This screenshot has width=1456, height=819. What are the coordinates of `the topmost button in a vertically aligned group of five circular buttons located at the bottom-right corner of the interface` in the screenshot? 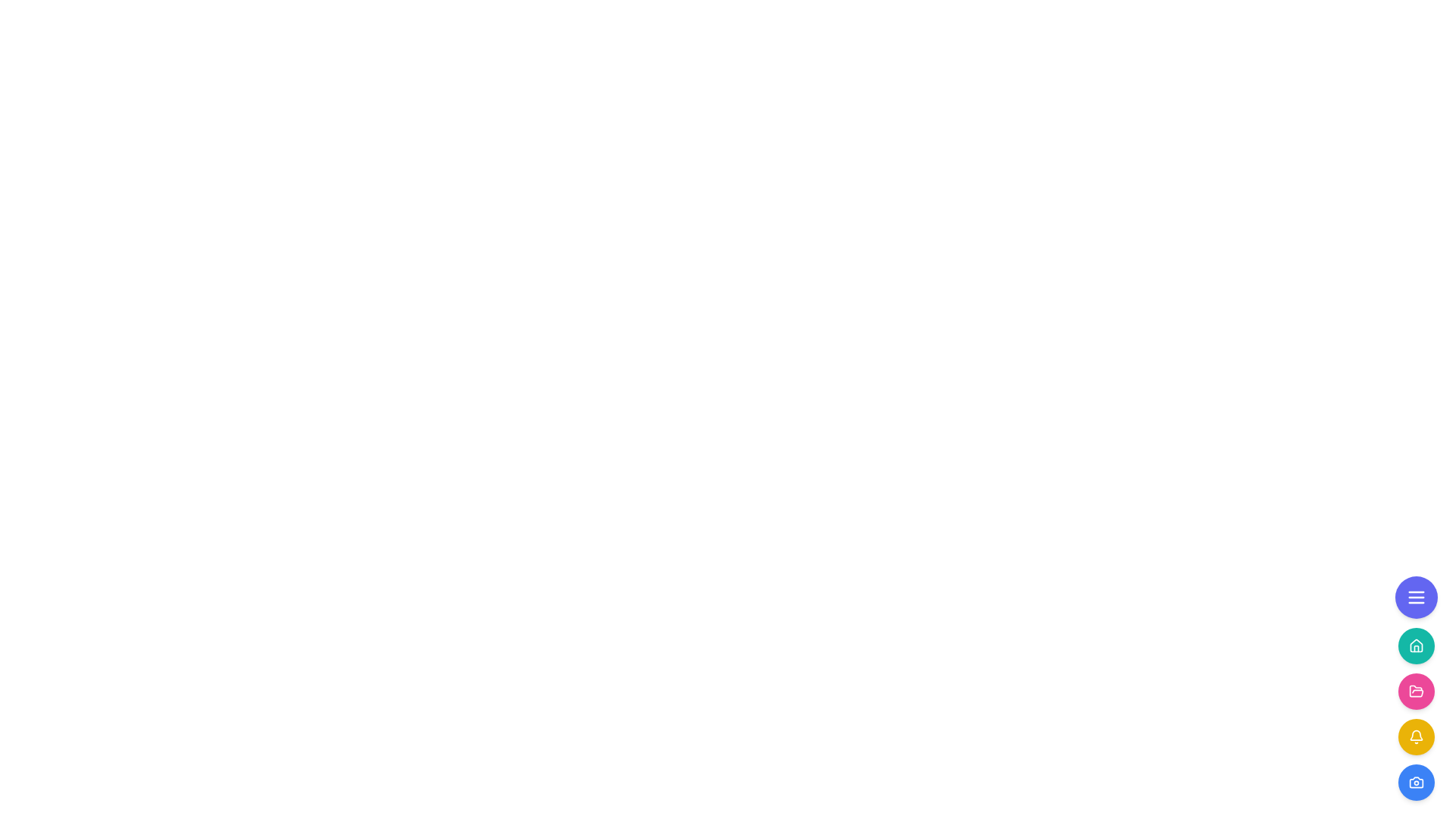 It's located at (1415, 596).